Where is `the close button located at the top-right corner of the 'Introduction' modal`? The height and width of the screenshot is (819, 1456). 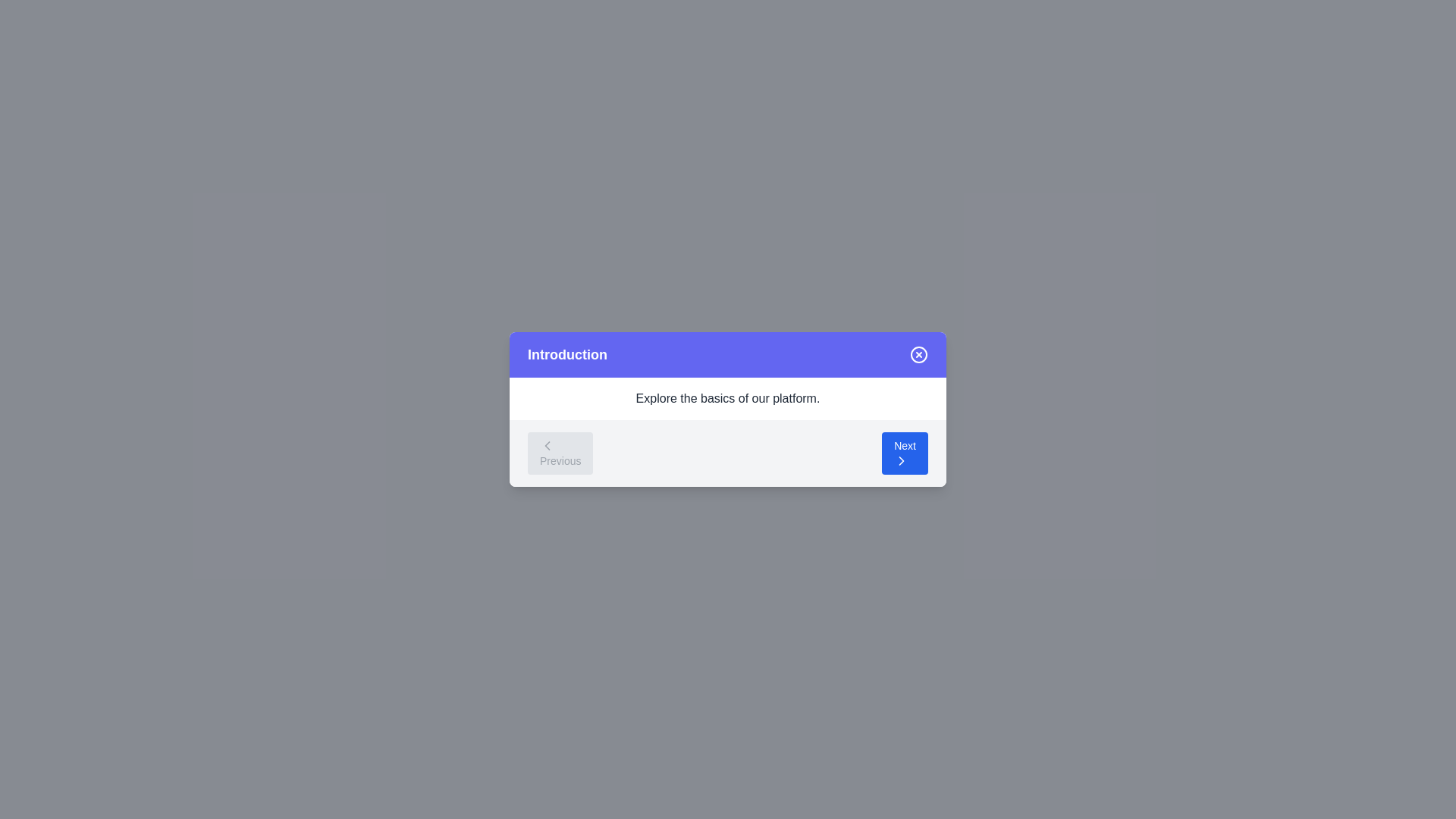 the close button located at the top-right corner of the 'Introduction' modal is located at coordinates (918, 354).